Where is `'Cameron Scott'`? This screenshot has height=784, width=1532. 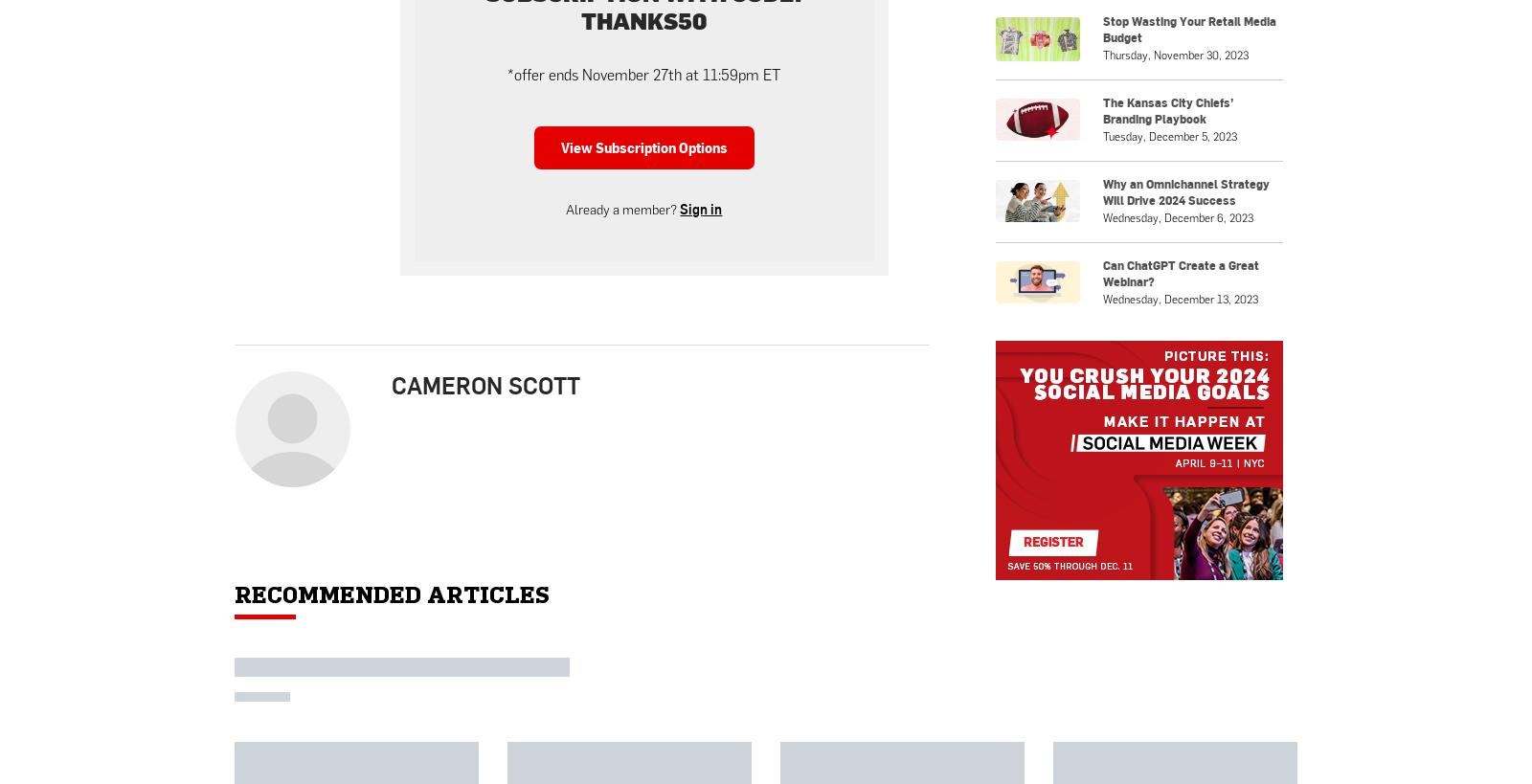
'Cameron Scott' is located at coordinates (390, 383).